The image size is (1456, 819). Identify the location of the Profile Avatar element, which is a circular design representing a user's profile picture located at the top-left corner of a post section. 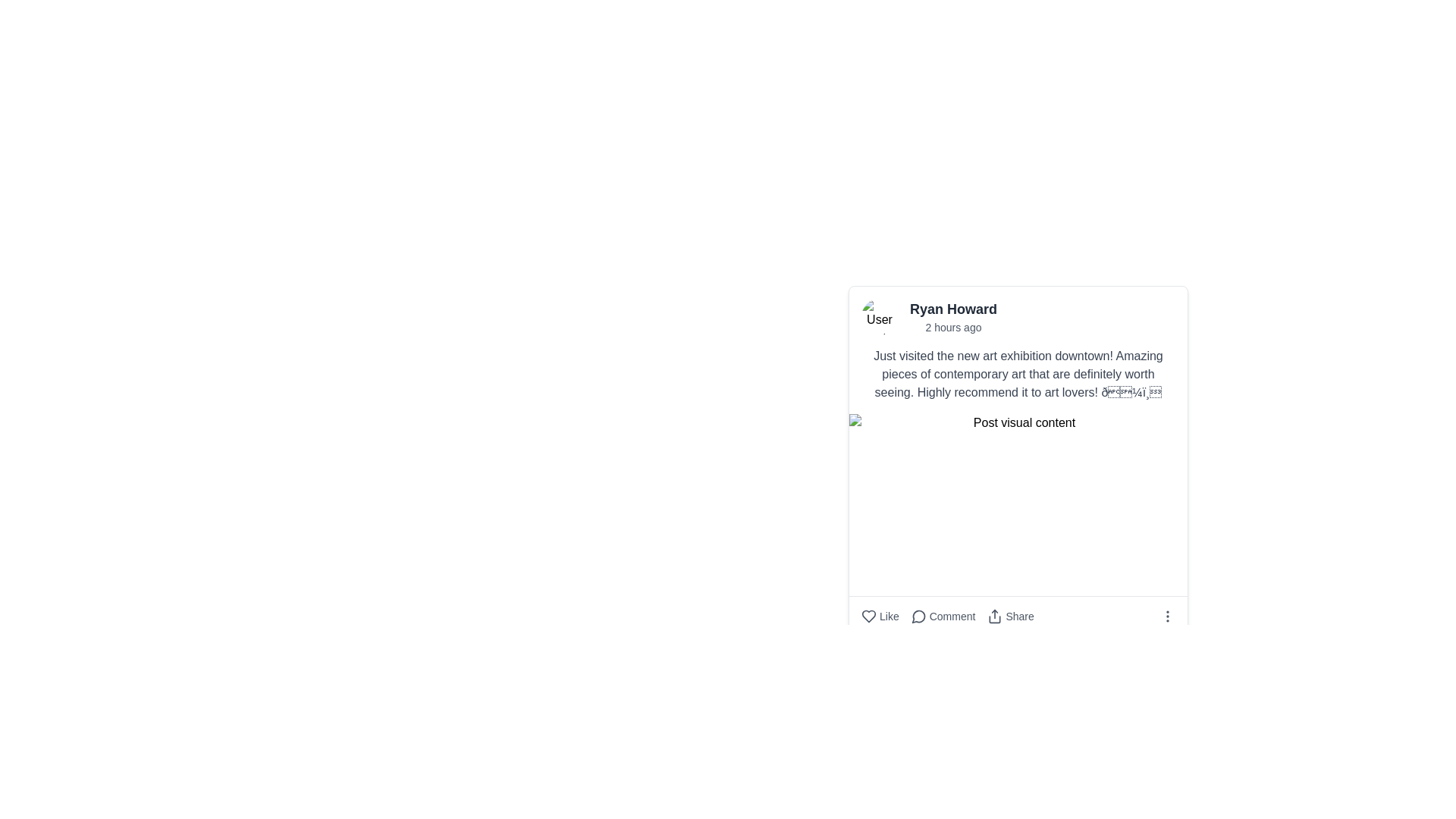
(880, 315).